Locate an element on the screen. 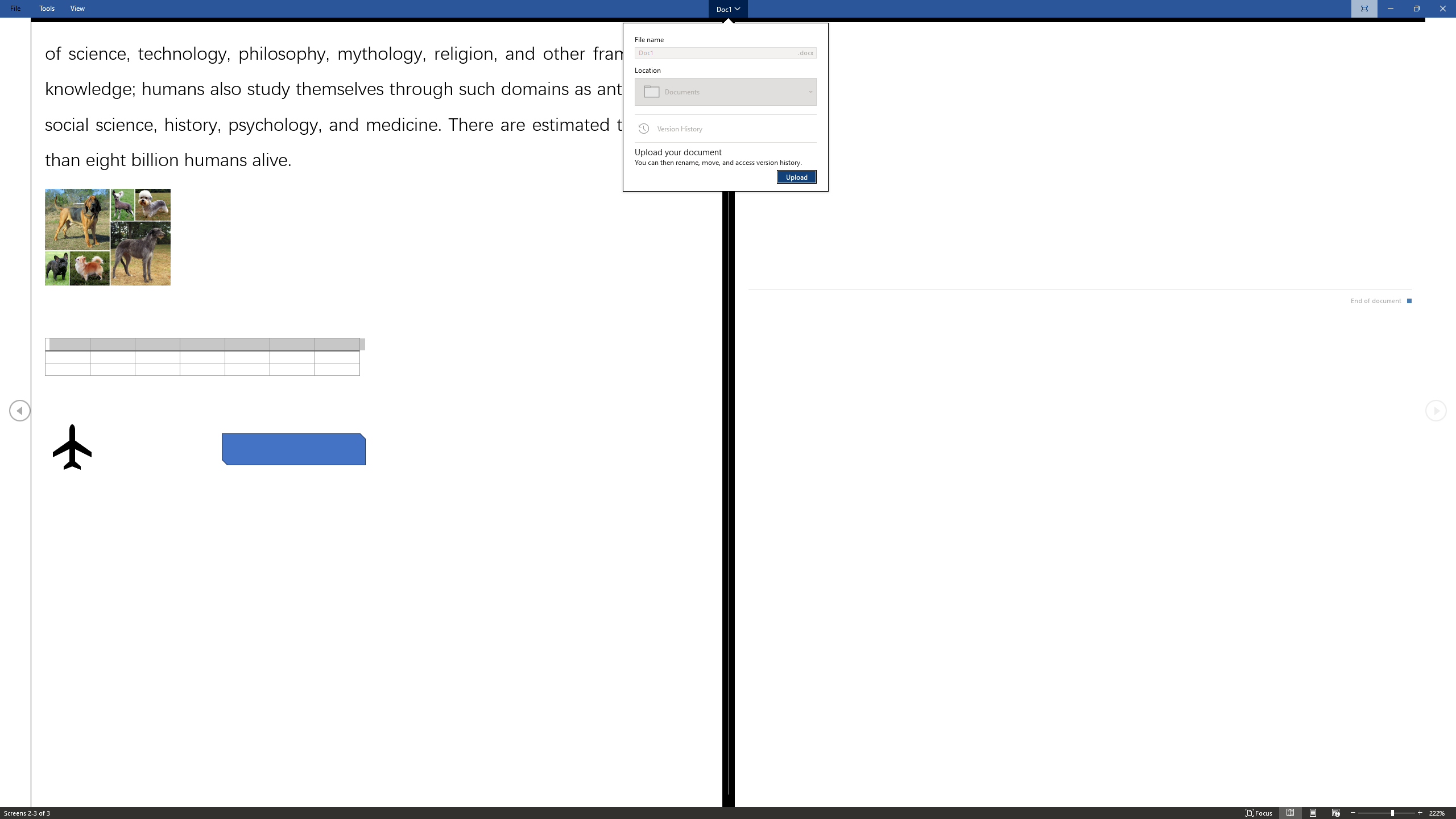 Image resolution: width=1456 pixels, height=819 pixels. 'Tools' is located at coordinates (46, 8).